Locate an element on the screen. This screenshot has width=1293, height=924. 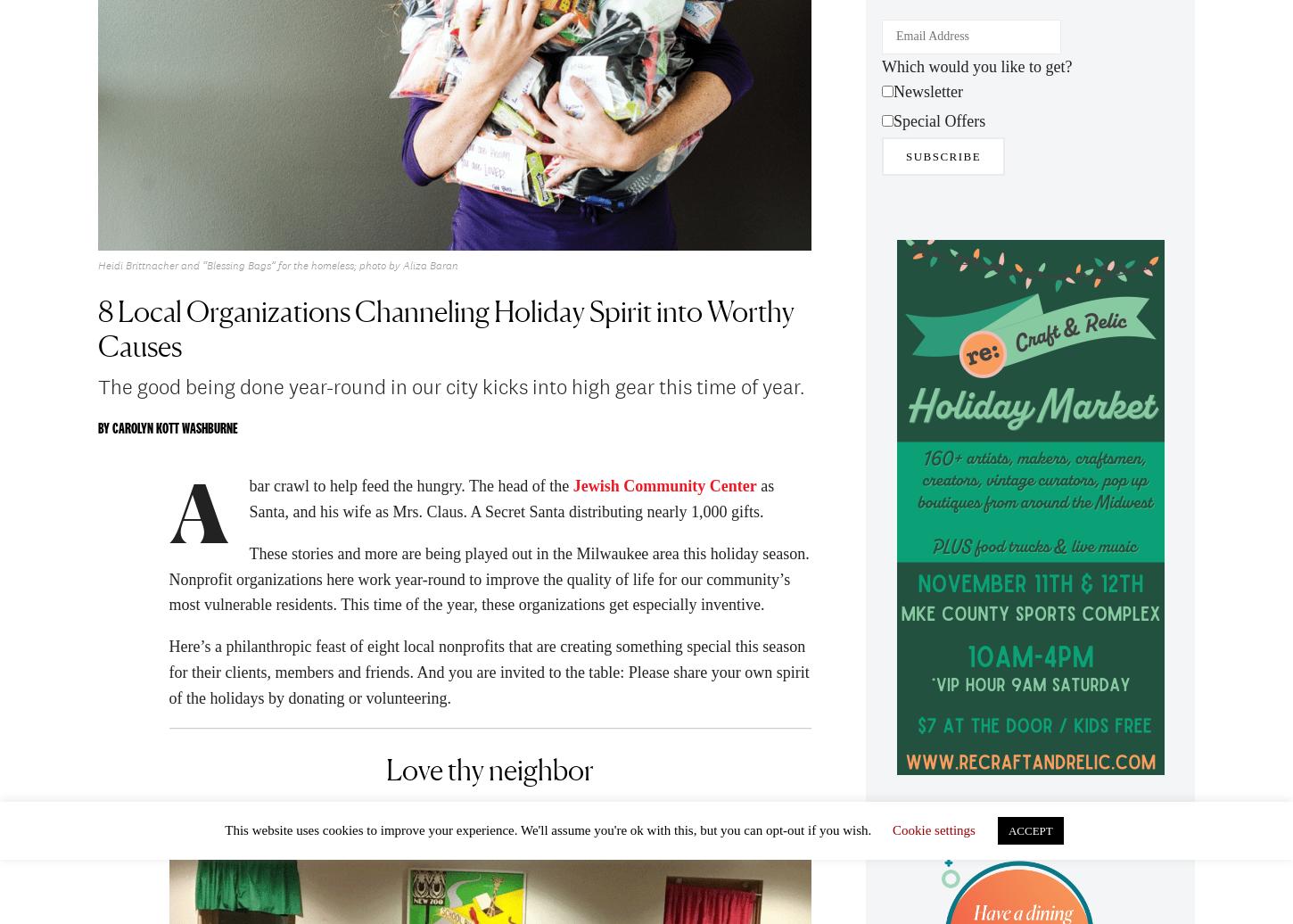
'as Santa, and his wife as Mrs. Claus. A Secret Santa distributing nearly 1,000 gifts.' is located at coordinates (511, 504).